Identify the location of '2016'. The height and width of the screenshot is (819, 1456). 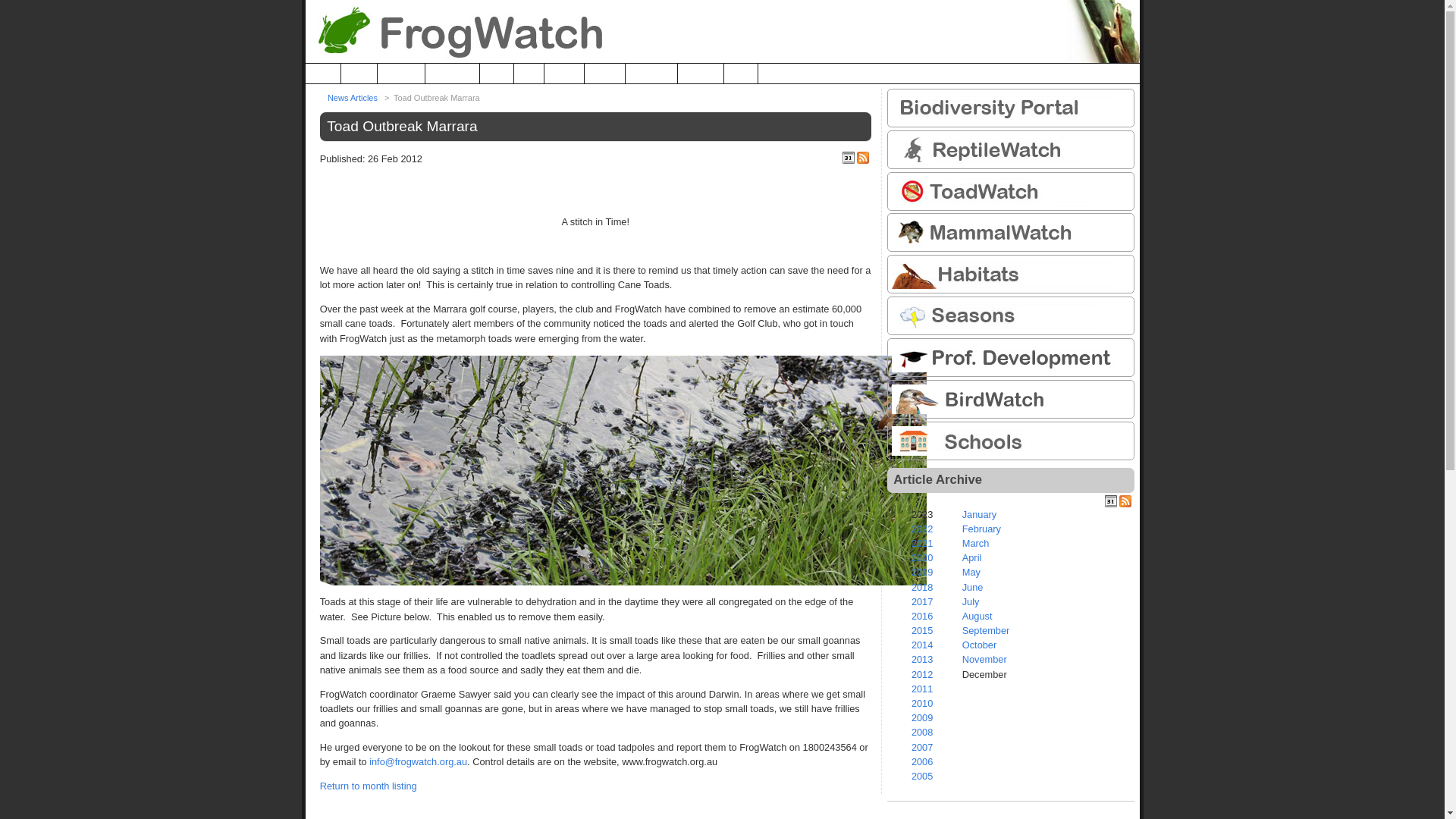
(910, 616).